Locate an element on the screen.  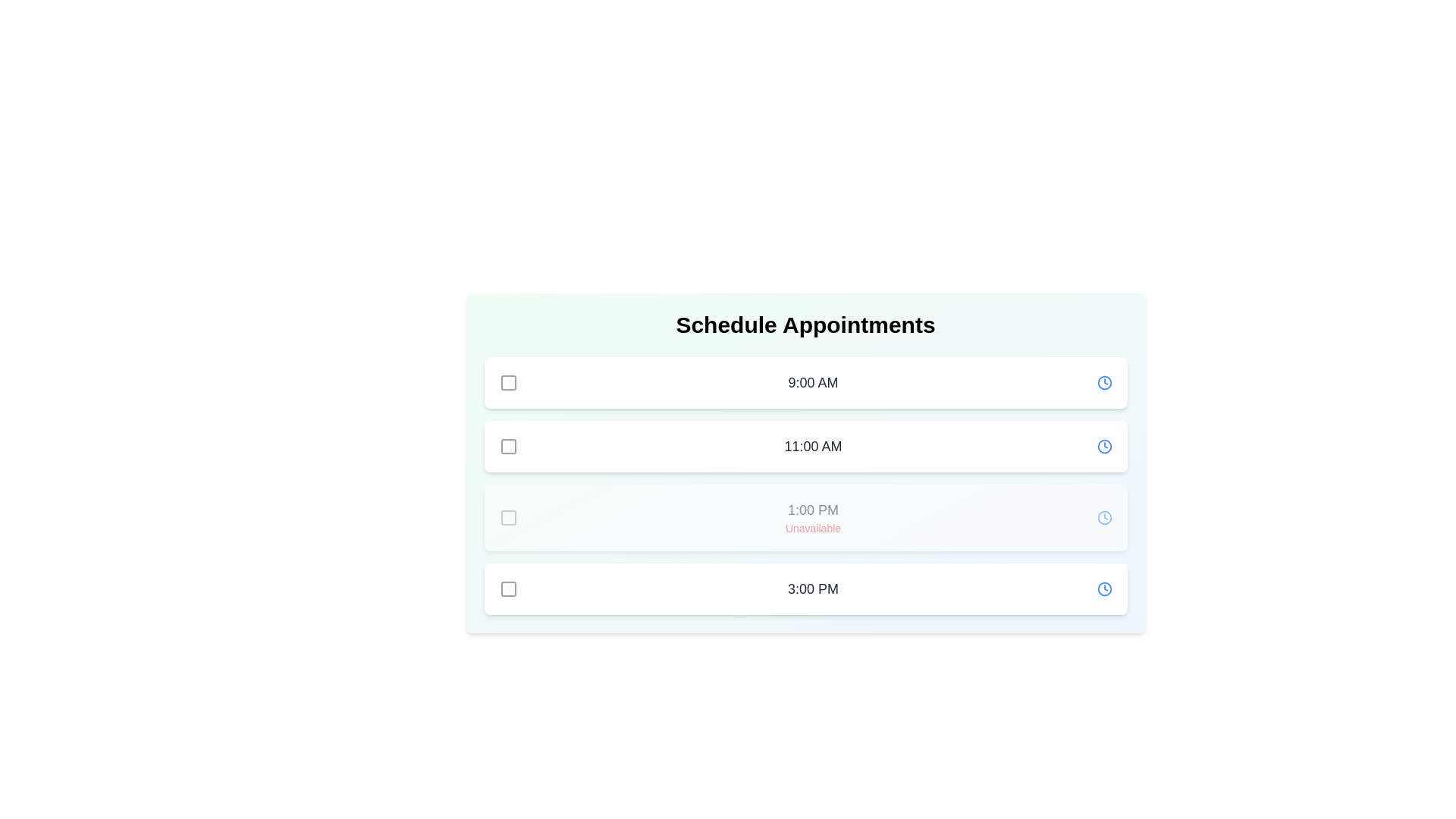
the clock icon next to the time slot 11:00 AM is located at coordinates (1104, 446).